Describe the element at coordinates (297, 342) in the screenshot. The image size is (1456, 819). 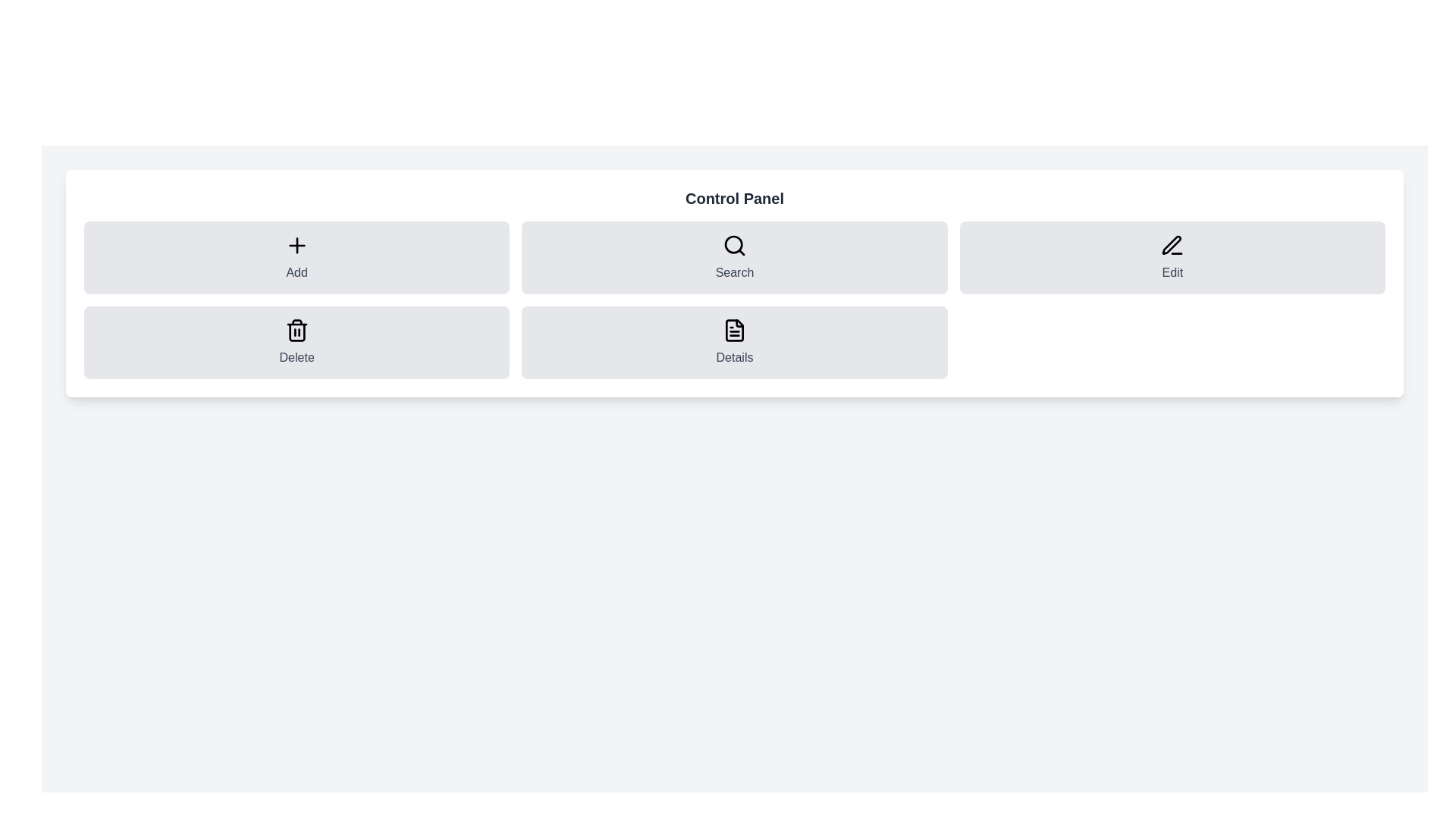
I see `the 'Delete' button, which is a rectangular button with a light gray background and a trash can icon, located in the second row, first column of the control panel grid layout` at that location.